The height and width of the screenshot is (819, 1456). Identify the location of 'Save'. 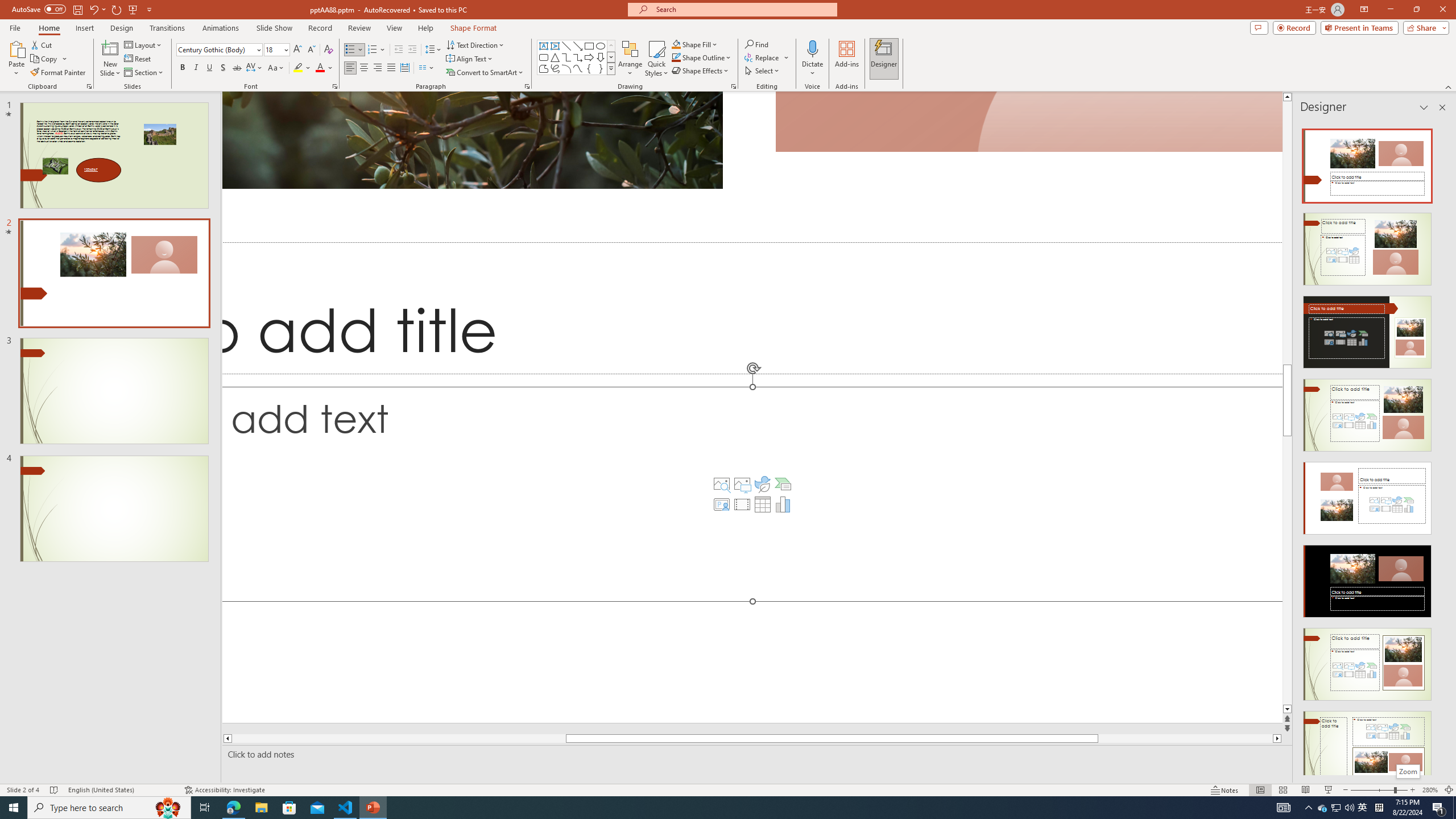
(77, 9).